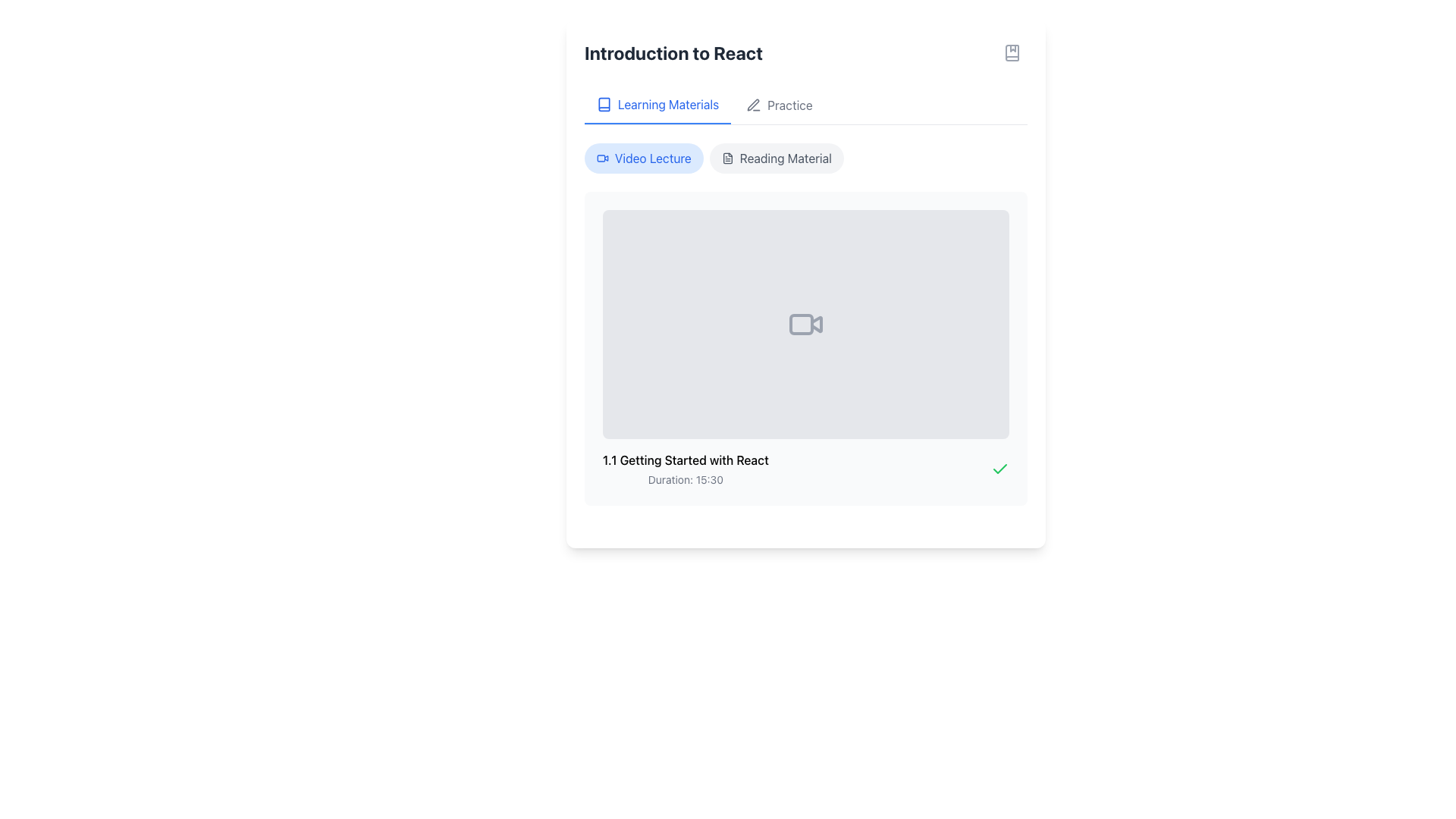 This screenshot has width=1456, height=819. Describe the element at coordinates (1000, 467) in the screenshot. I see `the completion icon for the item '1.1 Getting Started with React', located to the right of the video thumbnail and aligned with the duration text` at that location.